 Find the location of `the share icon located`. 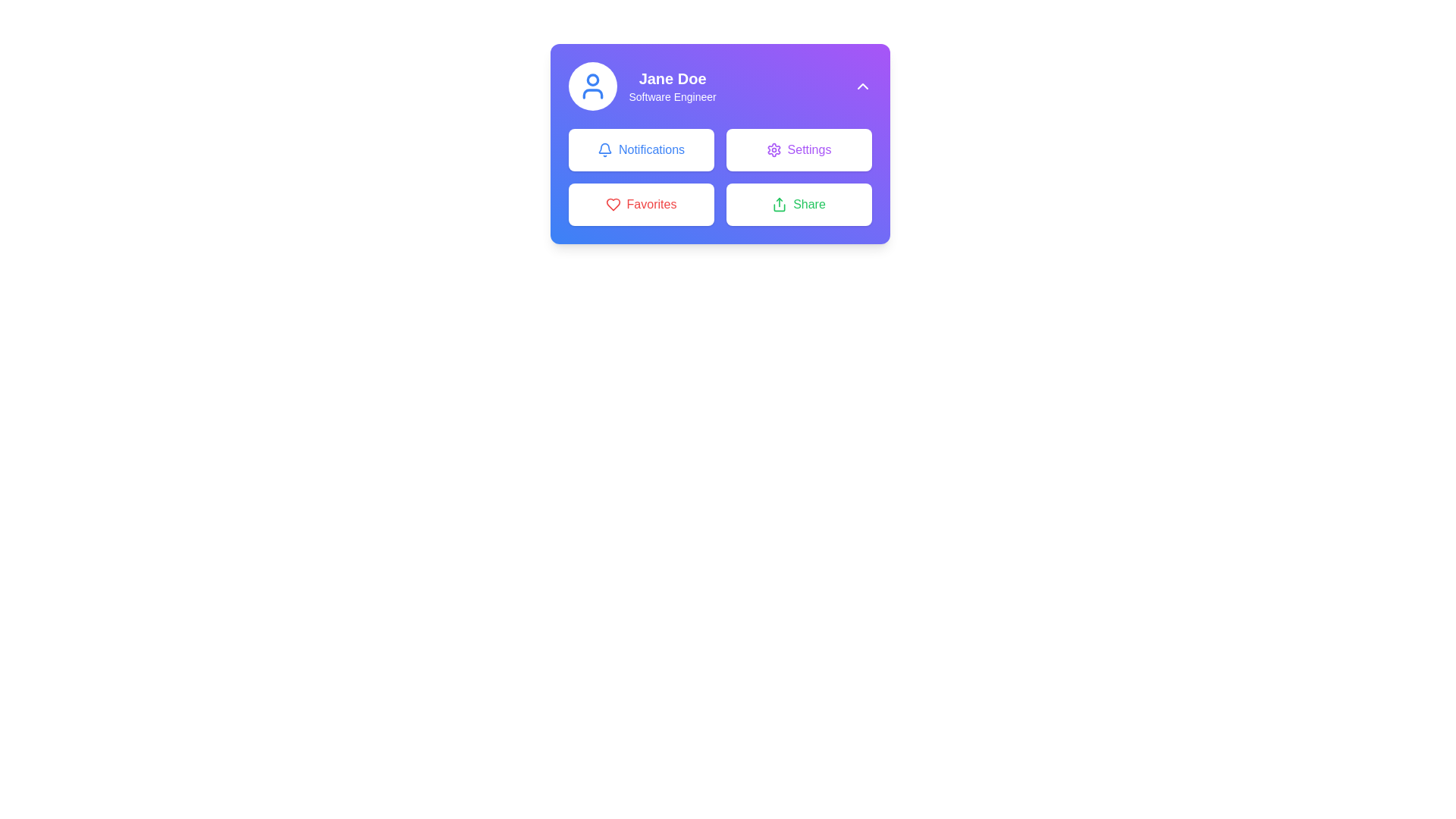

the share icon located is located at coordinates (780, 205).